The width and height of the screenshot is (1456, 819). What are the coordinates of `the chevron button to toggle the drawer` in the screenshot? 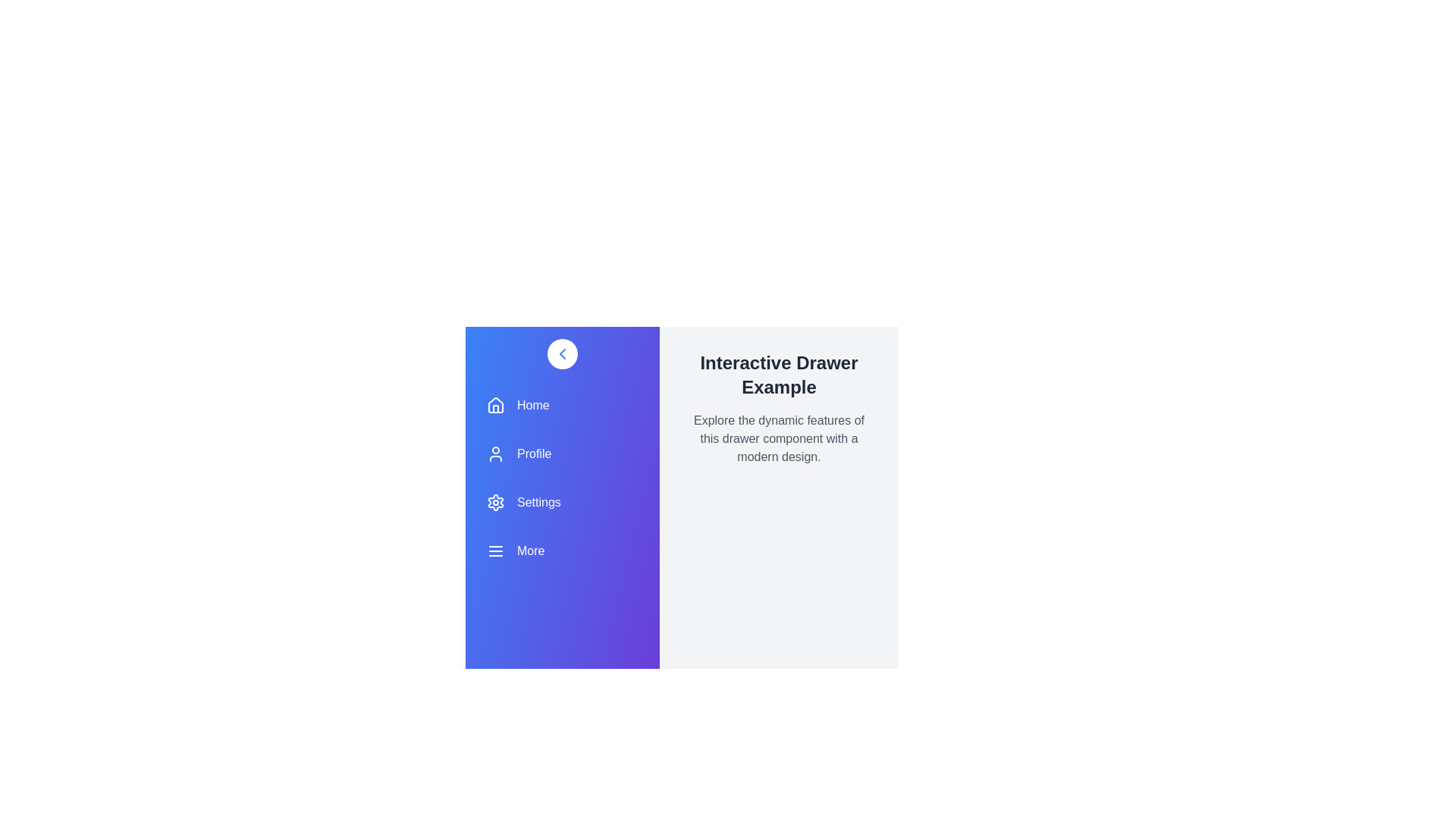 It's located at (562, 353).